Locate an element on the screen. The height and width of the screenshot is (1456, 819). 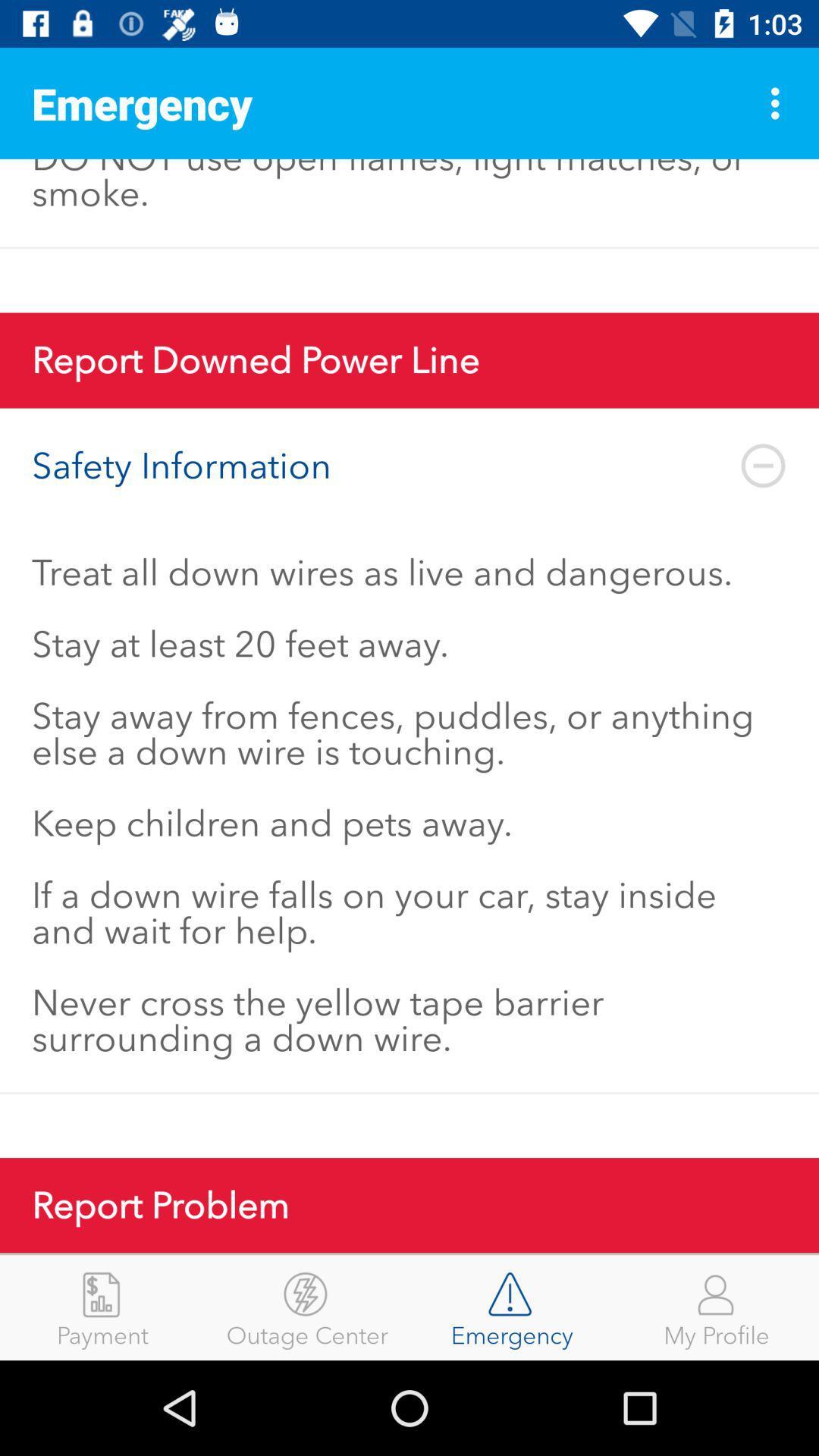
payment is located at coordinates (102, 1307).